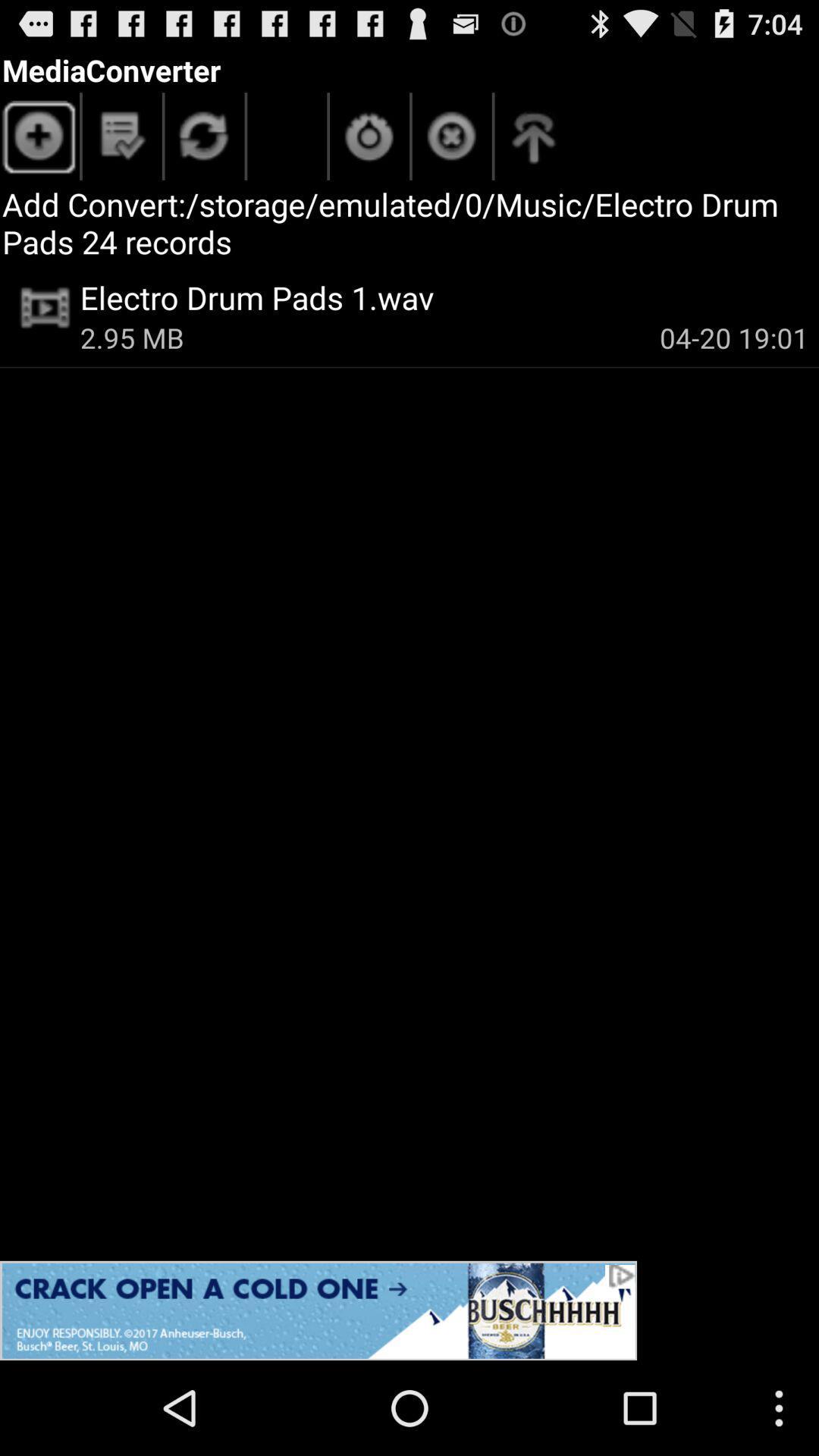  I want to click on refresh, so click(205, 140).